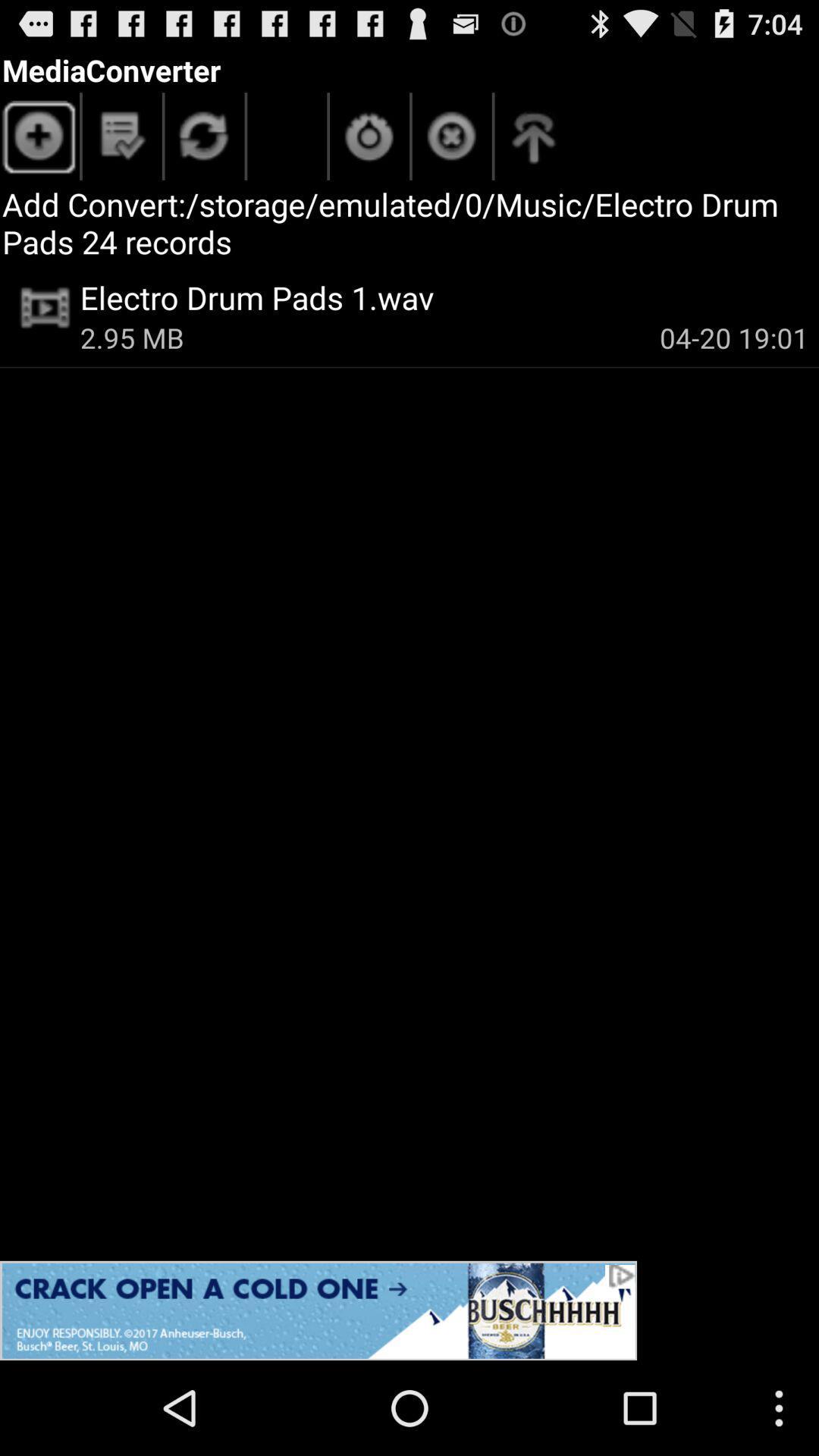  I want to click on refresh, so click(205, 140).